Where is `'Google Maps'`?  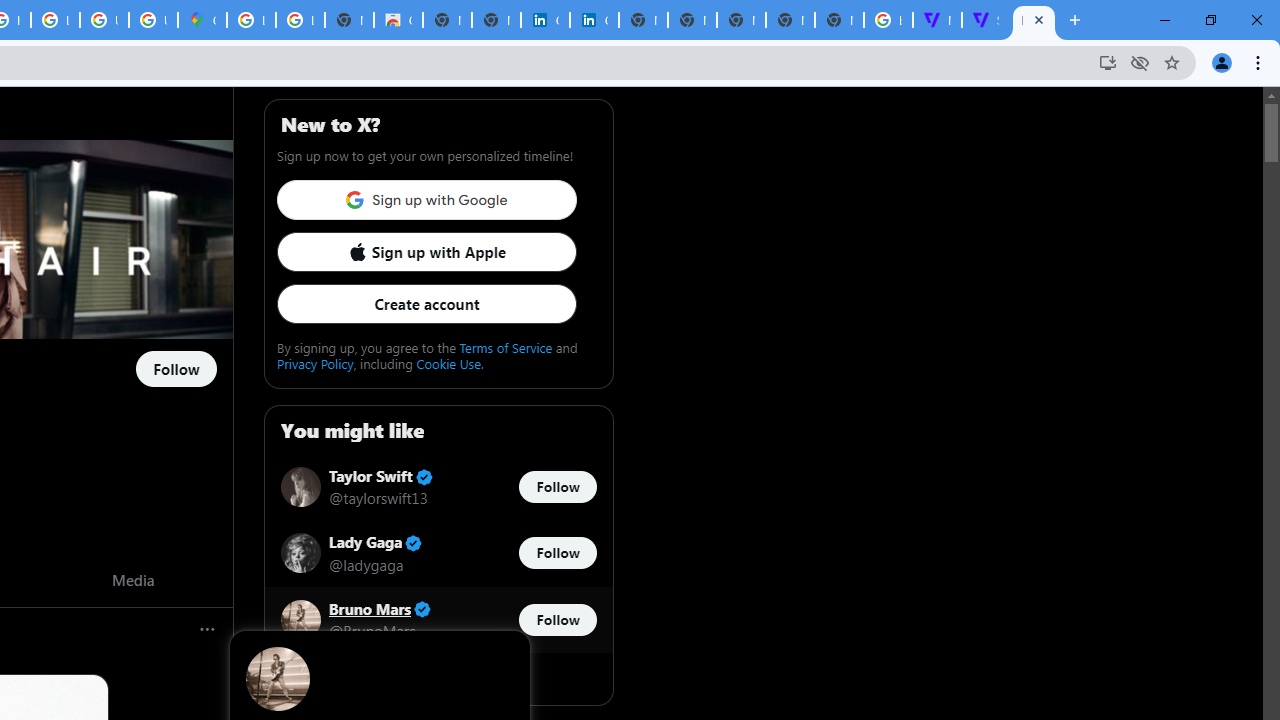
'Google Maps' is located at coordinates (202, 20).